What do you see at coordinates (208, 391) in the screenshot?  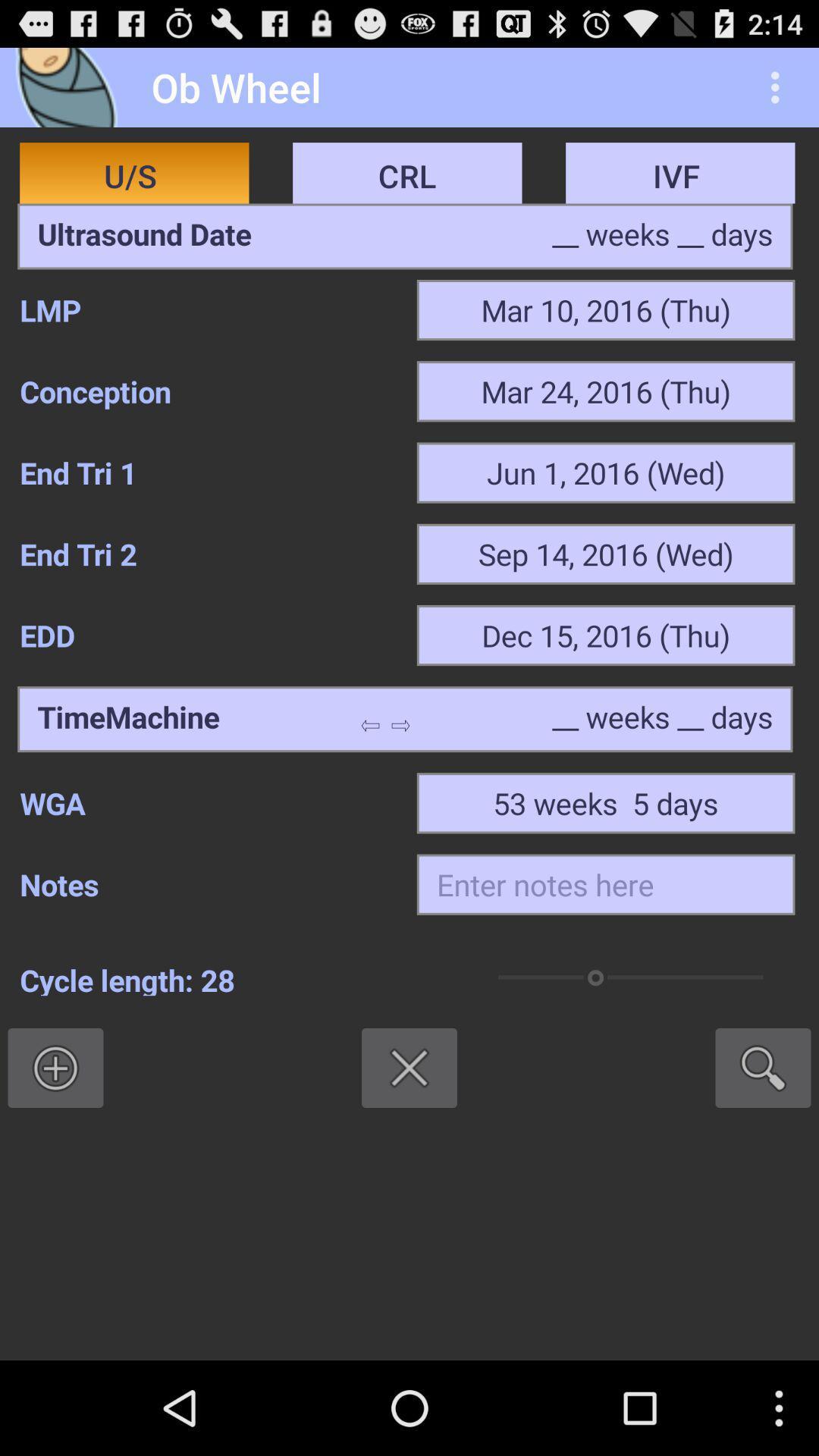 I see `the item above the end tri 1 item` at bounding box center [208, 391].